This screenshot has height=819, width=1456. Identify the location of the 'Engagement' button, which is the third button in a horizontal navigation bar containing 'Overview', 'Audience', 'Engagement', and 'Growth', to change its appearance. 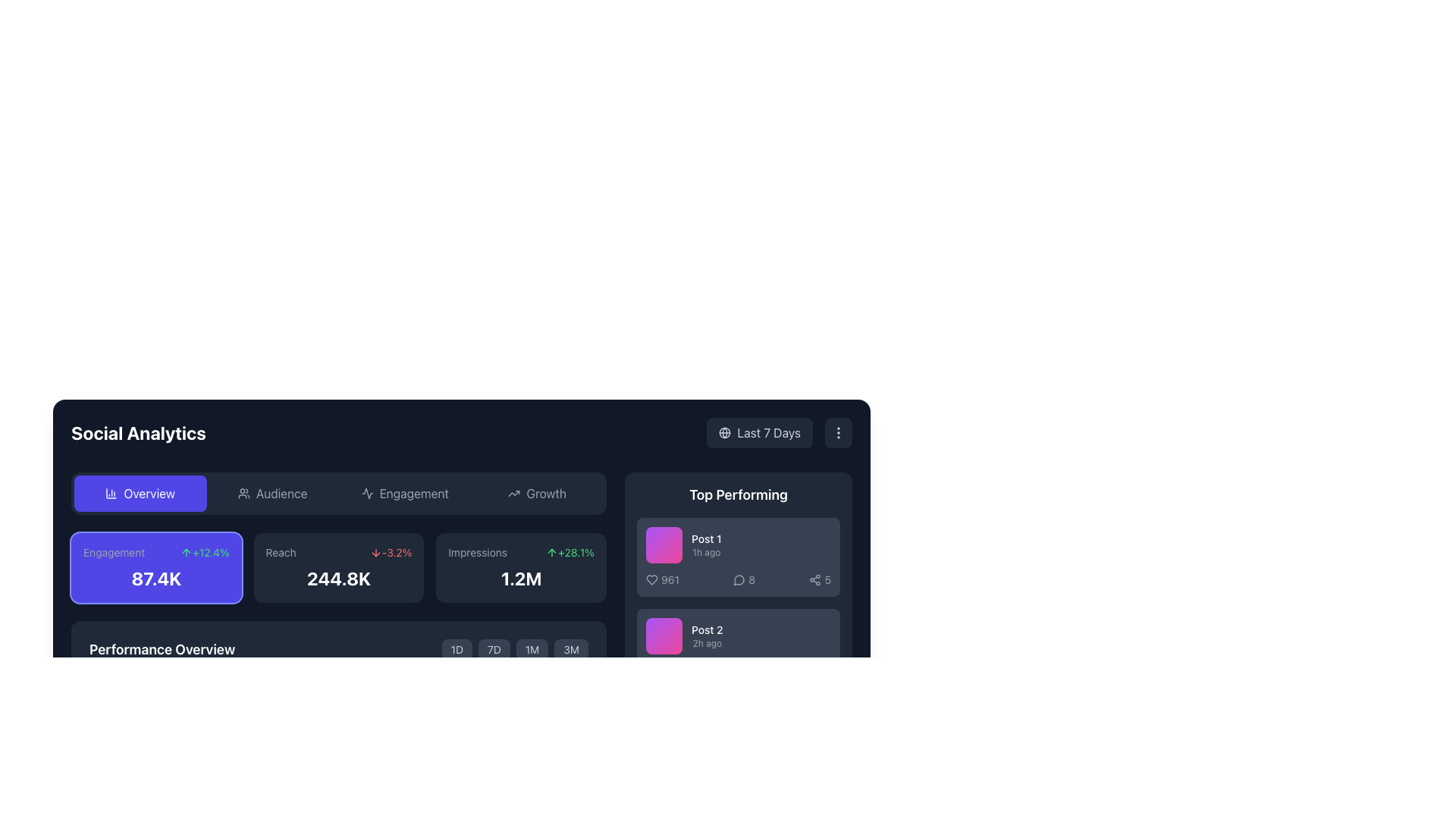
(405, 494).